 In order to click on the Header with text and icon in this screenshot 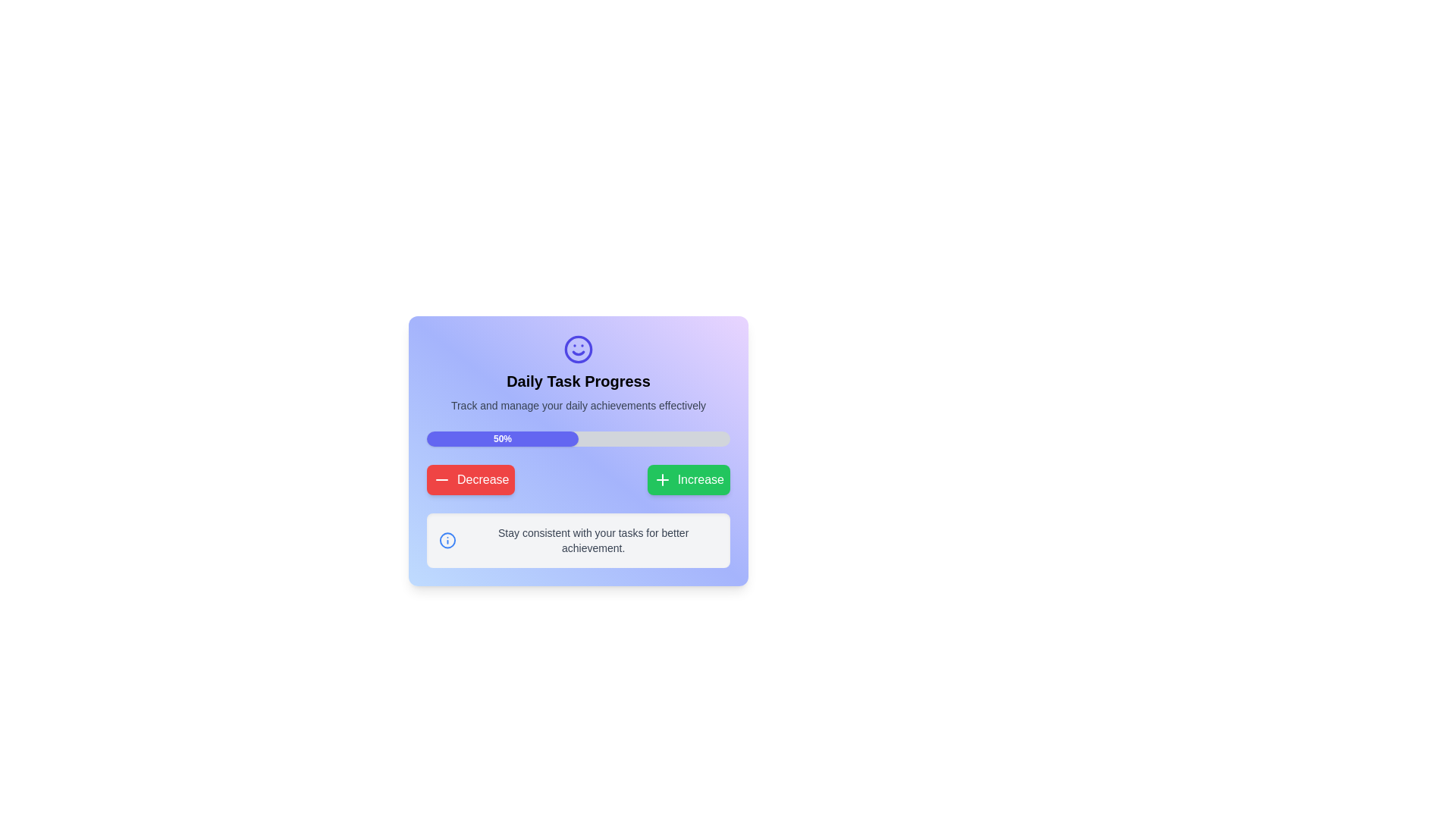, I will do `click(578, 374)`.